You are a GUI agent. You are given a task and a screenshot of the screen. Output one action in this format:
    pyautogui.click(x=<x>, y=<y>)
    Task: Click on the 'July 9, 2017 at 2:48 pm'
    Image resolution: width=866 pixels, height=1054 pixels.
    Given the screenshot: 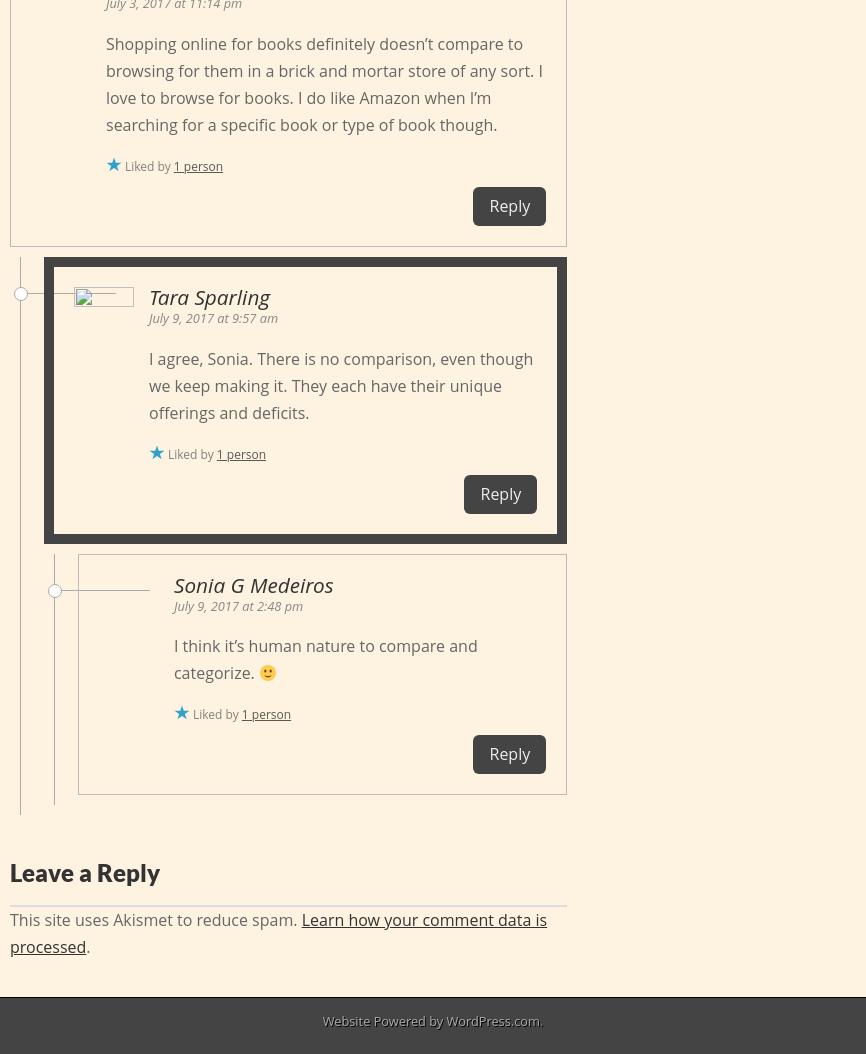 What is the action you would take?
    pyautogui.click(x=237, y=603)
    